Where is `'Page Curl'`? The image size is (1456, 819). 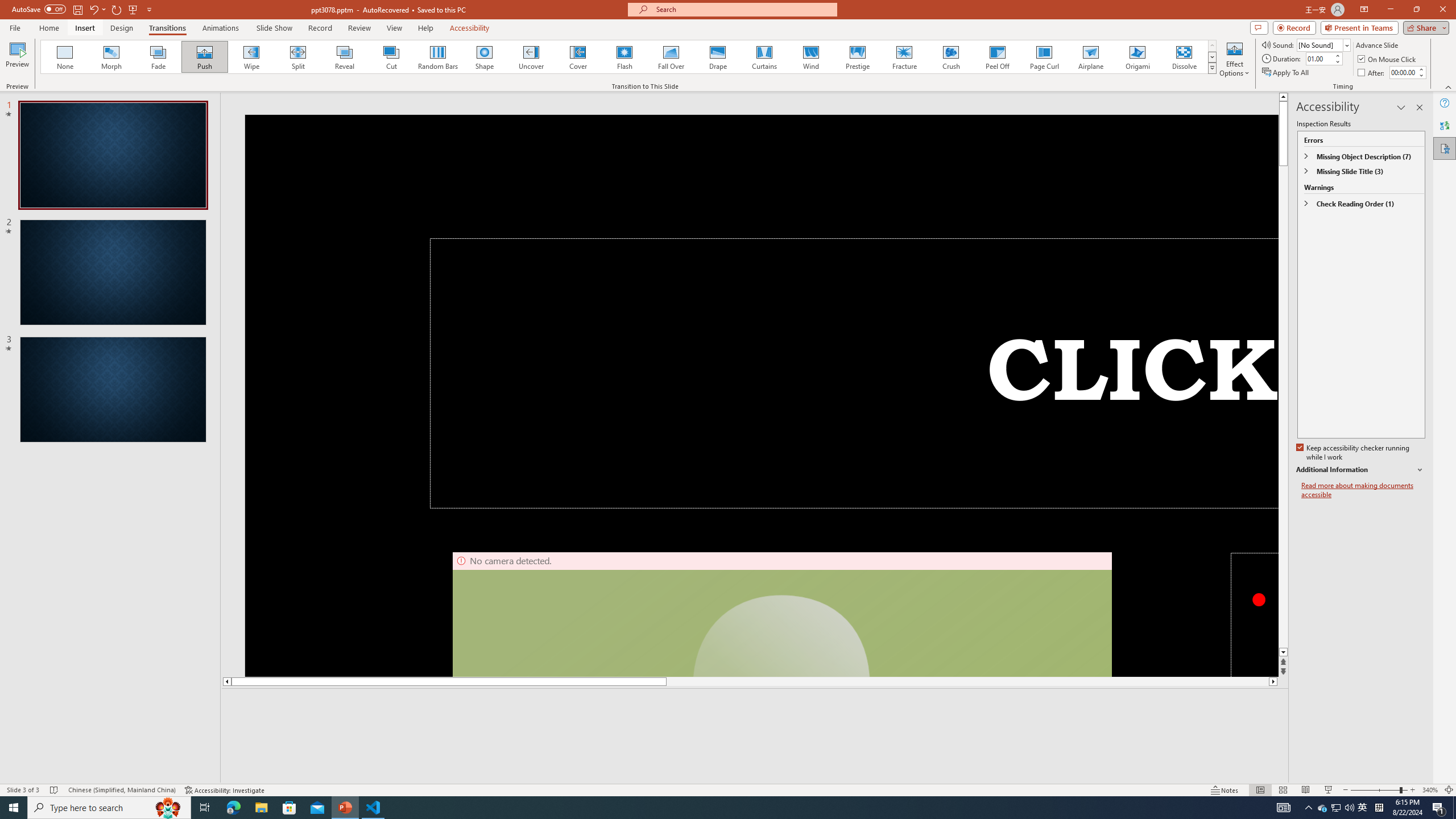
'Page Curl' is located at coordinates (1043, 56).